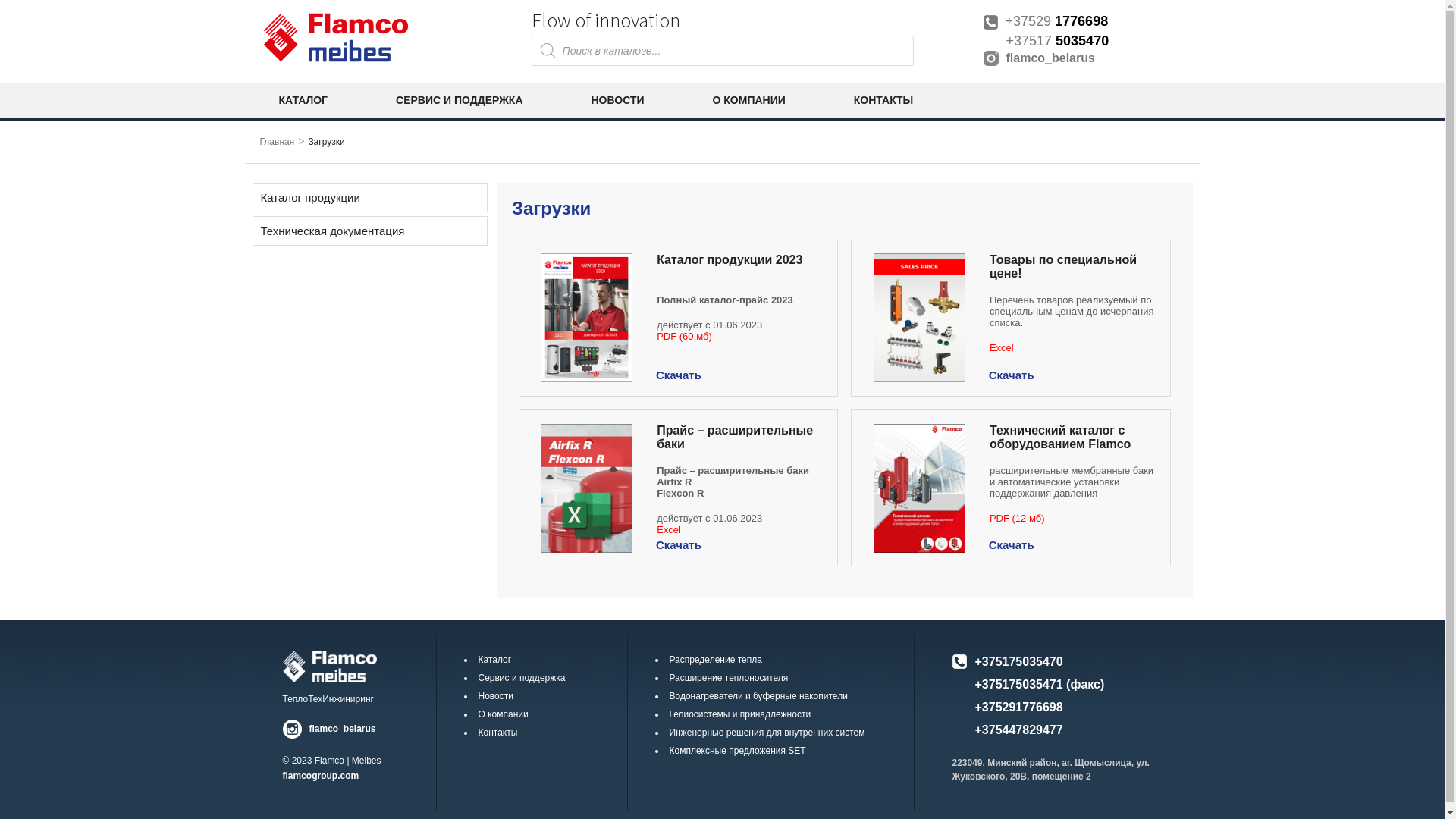 The width and height of the screenshot is (1456, 819). What do you see at coordinates (975, 729) in the screenshot?
I see `'+375447829477'` at bounding box center [975, 729].